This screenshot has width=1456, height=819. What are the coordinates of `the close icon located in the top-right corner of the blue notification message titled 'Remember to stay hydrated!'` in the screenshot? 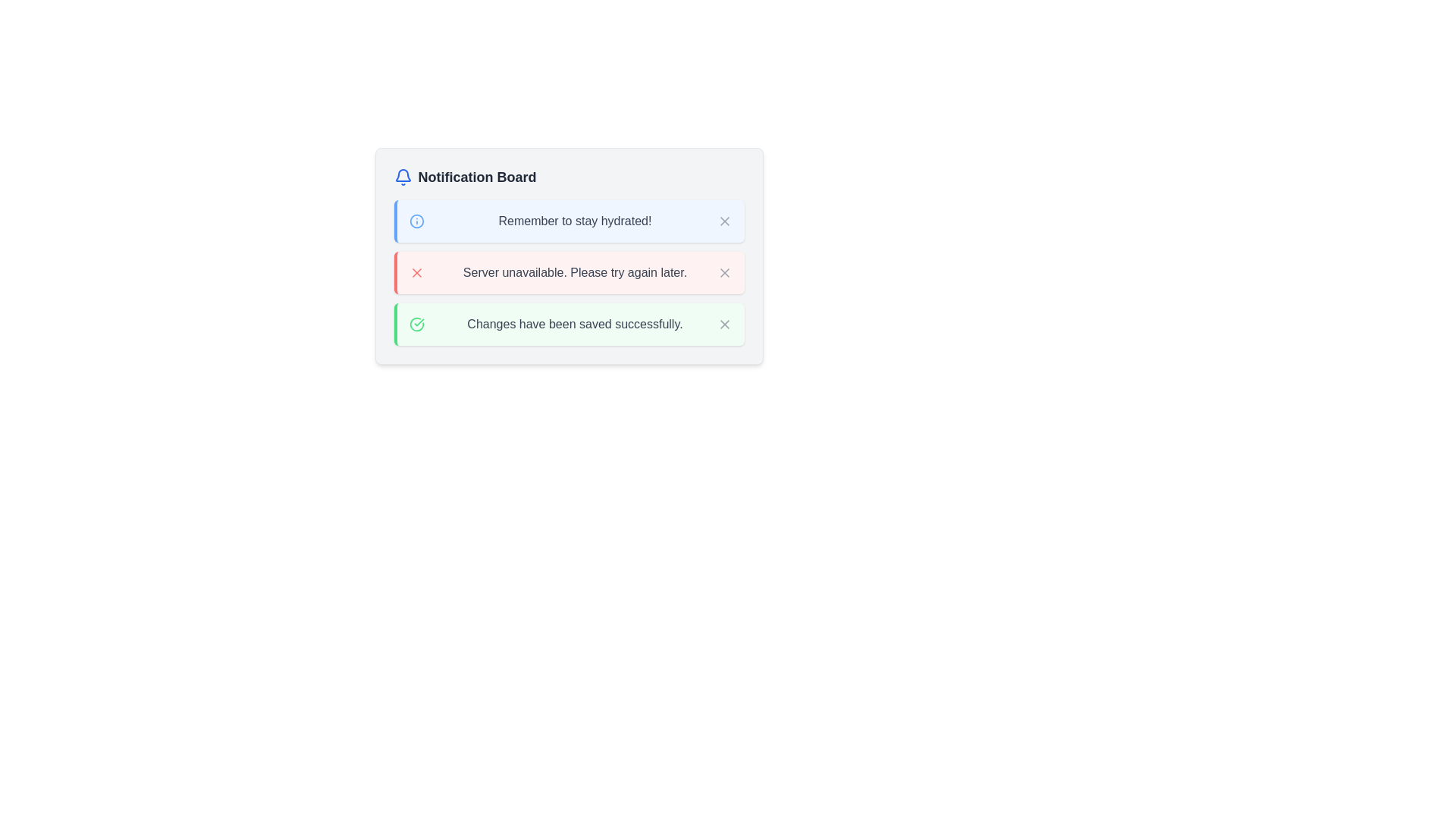 It's located at (723, 221).